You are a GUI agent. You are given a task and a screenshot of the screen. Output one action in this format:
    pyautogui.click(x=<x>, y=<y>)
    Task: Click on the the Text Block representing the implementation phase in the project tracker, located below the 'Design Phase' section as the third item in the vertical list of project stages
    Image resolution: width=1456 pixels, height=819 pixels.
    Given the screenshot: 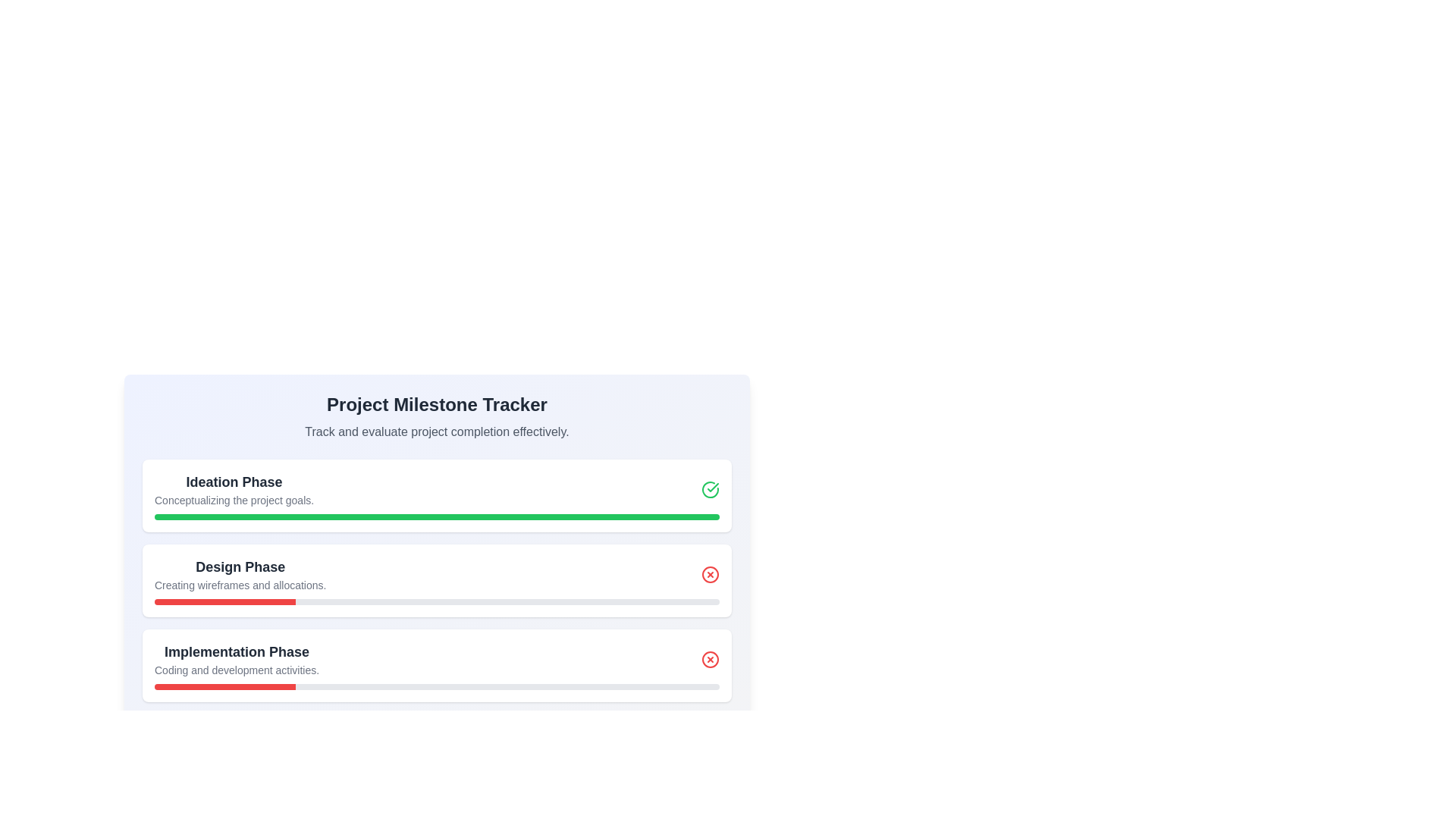 What is the action you would take?
    pyautogui.click(x=236, y=659)
    